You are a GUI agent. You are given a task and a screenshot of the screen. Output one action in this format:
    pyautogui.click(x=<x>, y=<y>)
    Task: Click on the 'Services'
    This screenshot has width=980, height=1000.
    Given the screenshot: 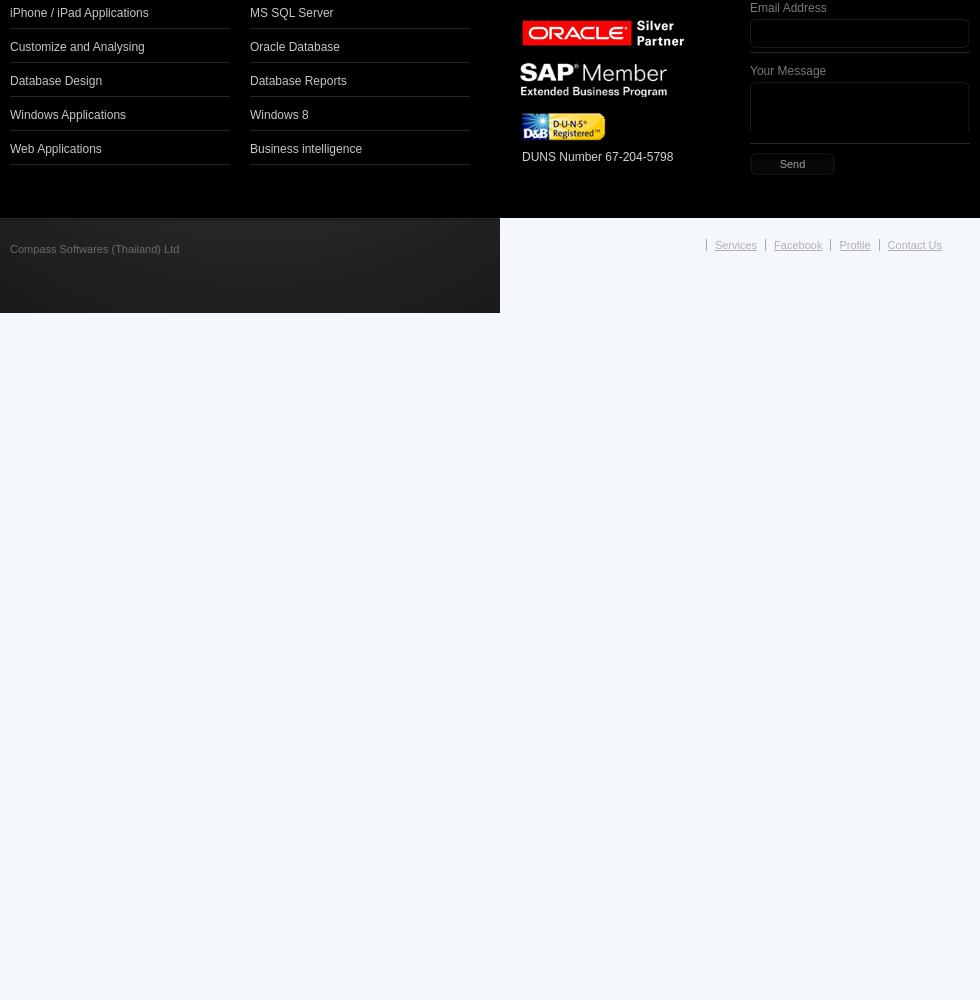 What is the action you would take?
    pyautogui.click(x=714, y=243)
    